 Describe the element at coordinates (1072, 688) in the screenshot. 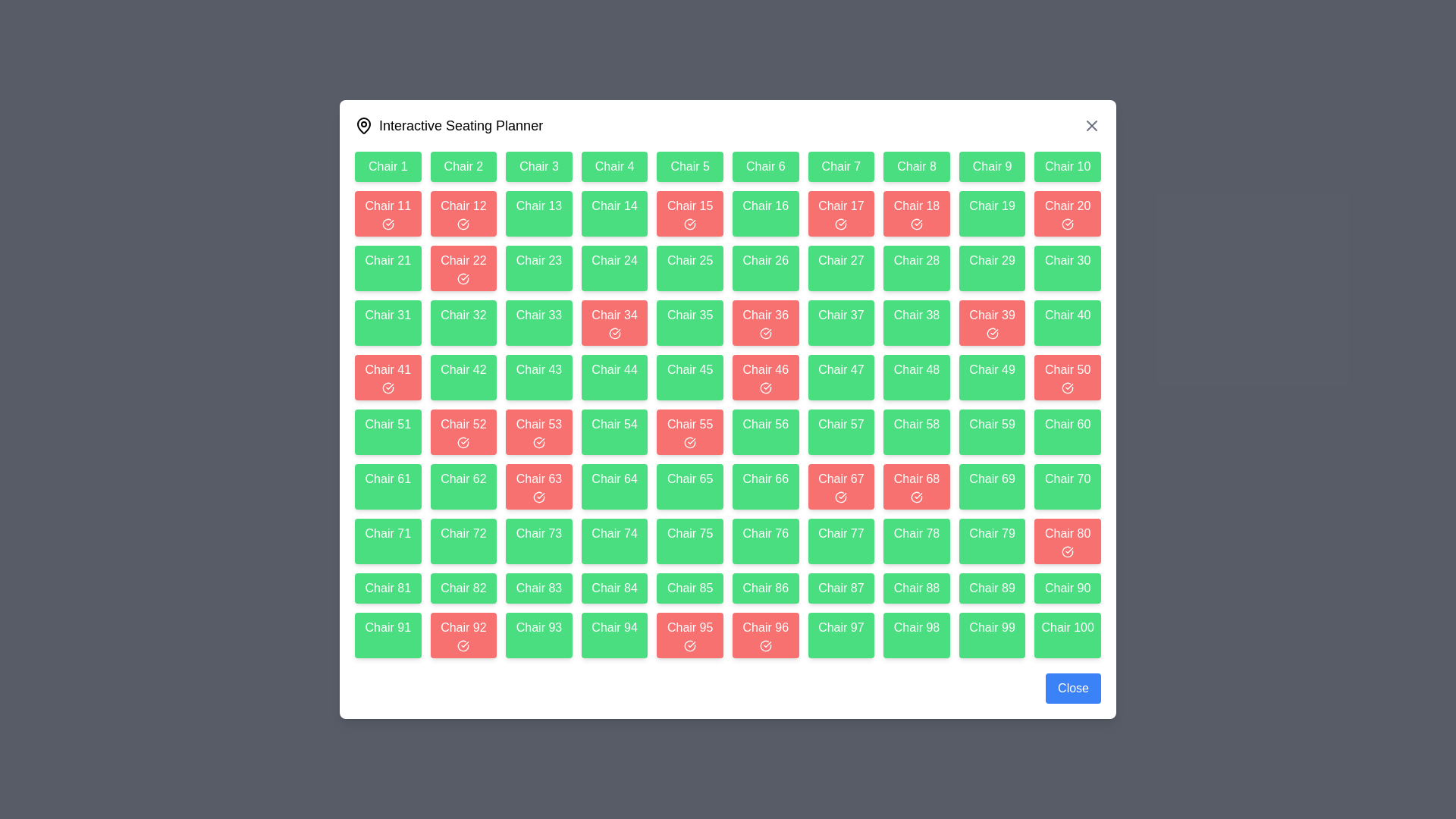

I see `'Close' button to dismiss the dialog` at that location.